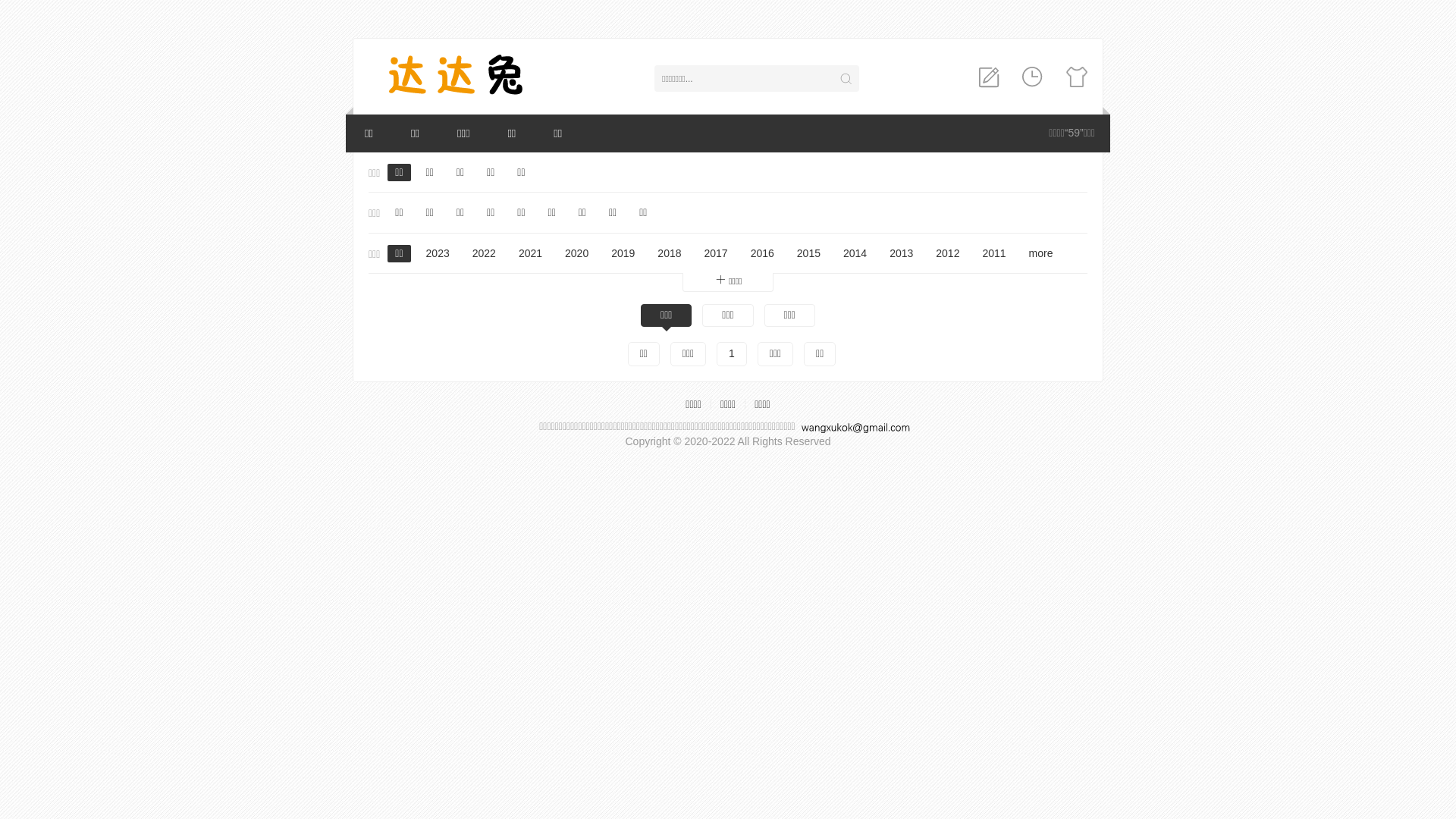  What do you see at coordinates (855, 253) in the screenshot?
I see `'2014'` at bounding box center [855, 253].